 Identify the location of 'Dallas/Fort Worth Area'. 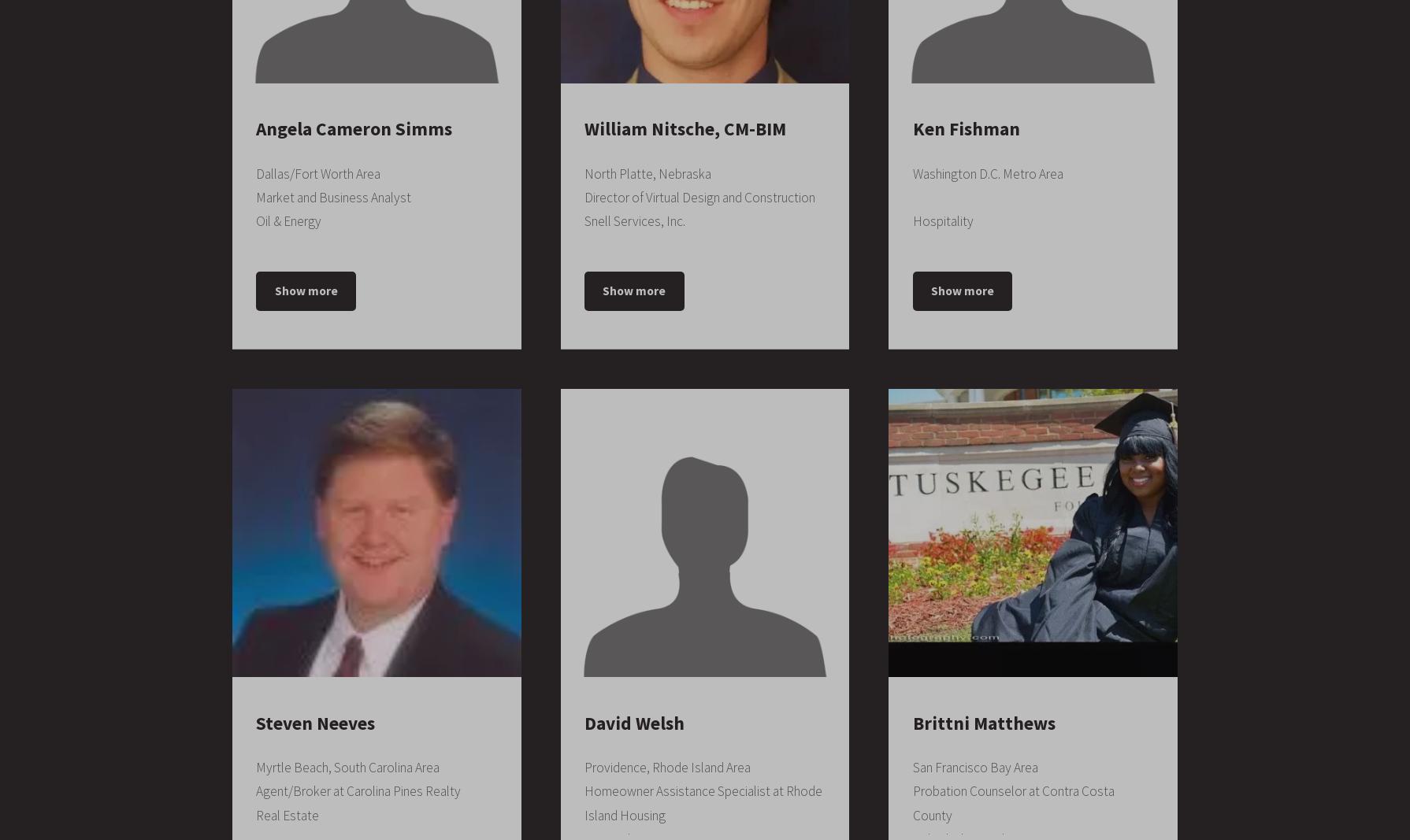
(318, 173).